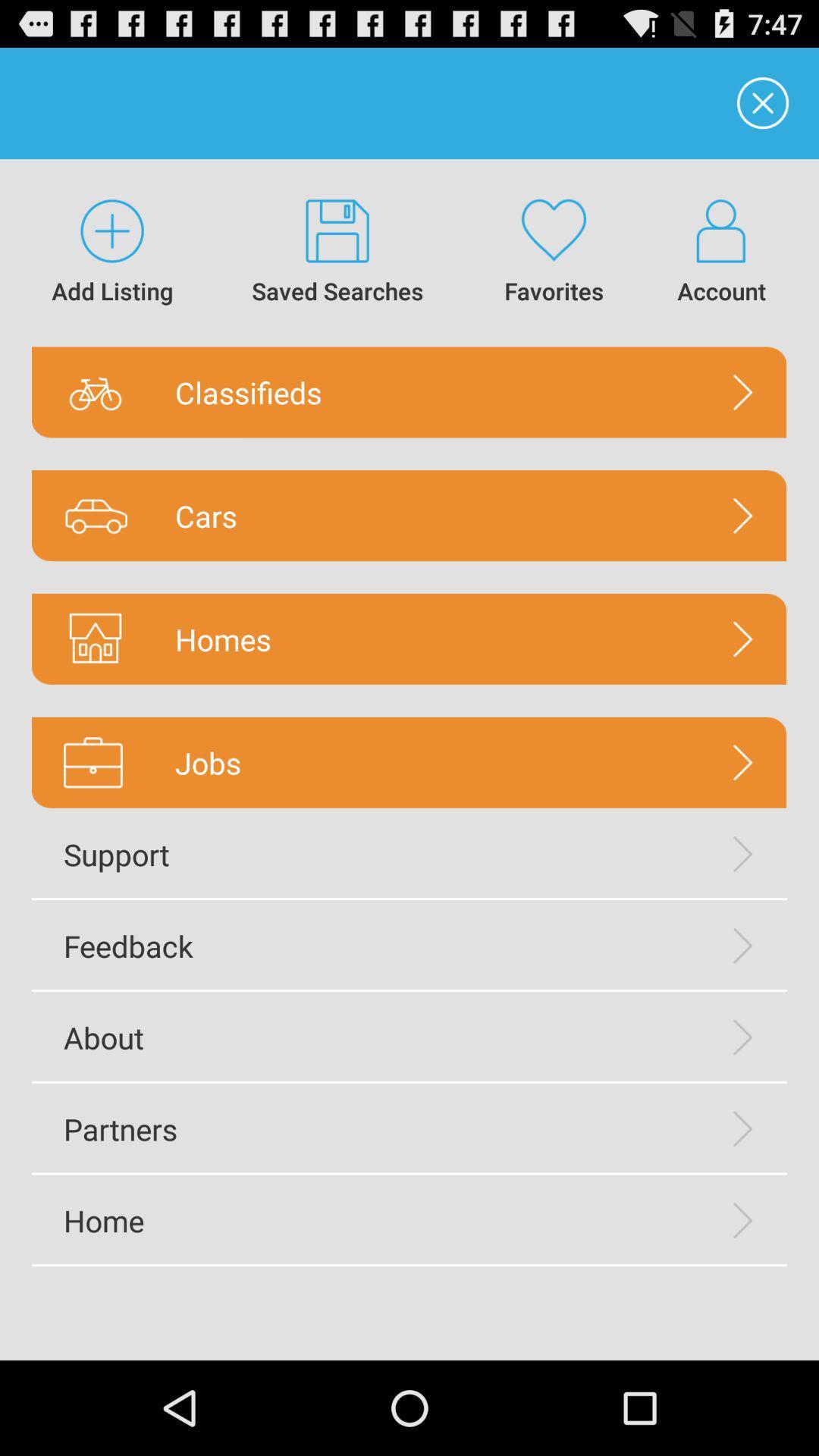 The width and height of the screenshot is (819, 1456). What do you see at coordinates (111, 253) in the screenshot?
I see `the add listing item` at bounding box center [111, 253].